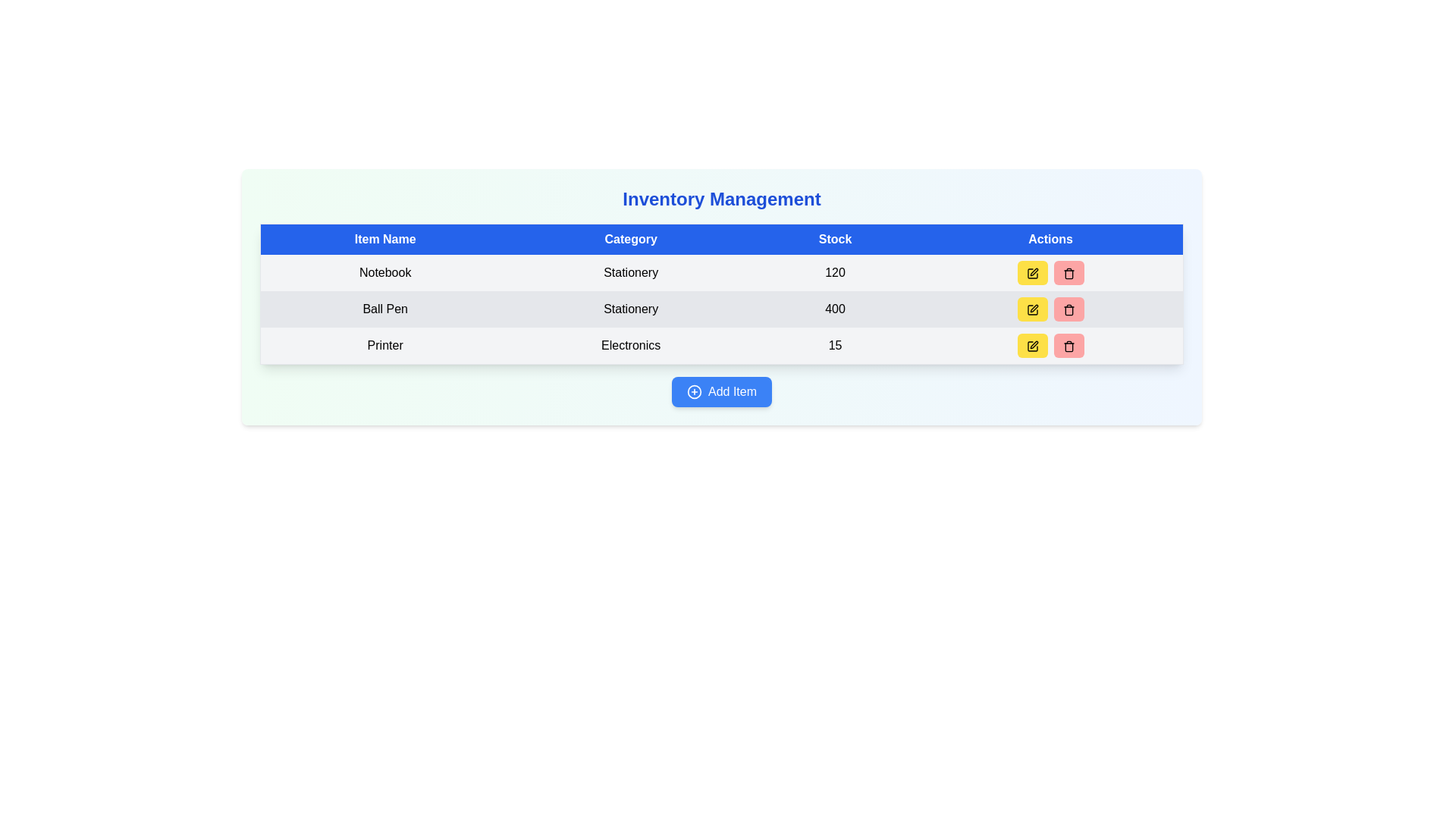 Image resolution: width=1456 pixels, height=819 pixels. I want to click on the edit icon in the third row's Actions column button, so click(1033, 307).